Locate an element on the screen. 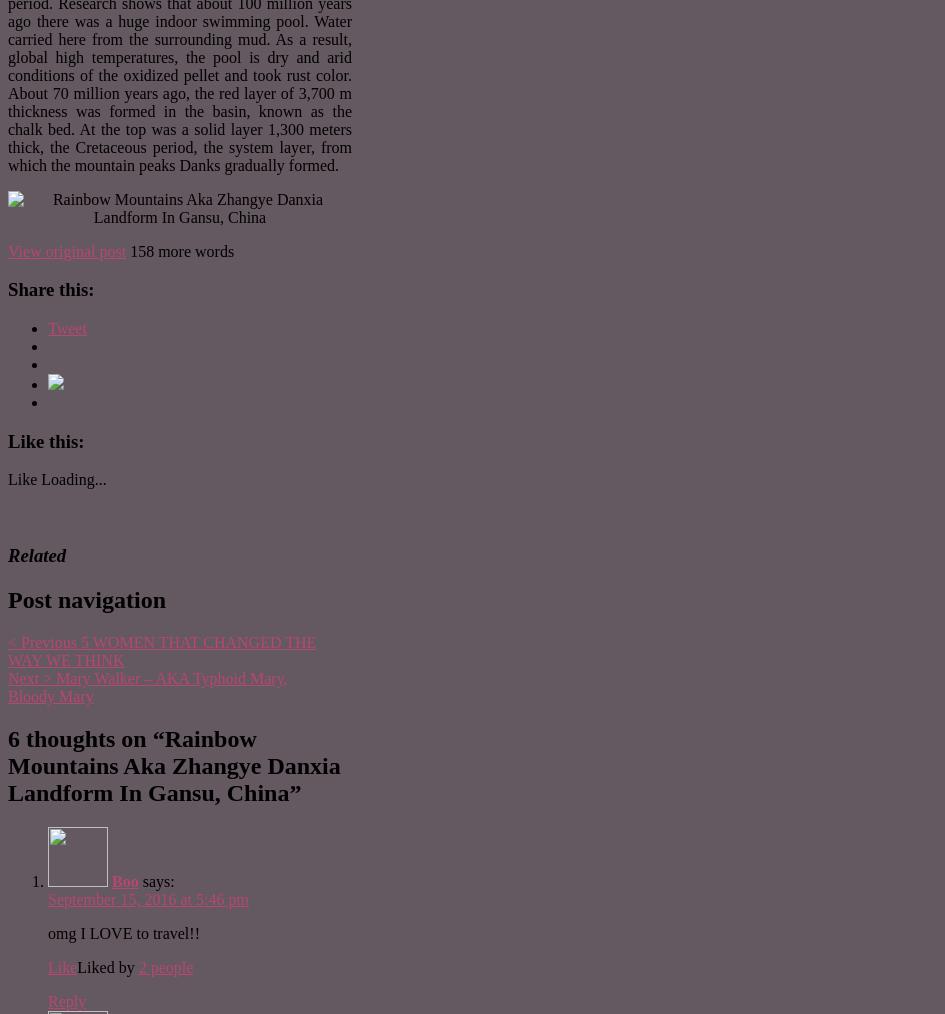 Image resolution: width=945 pixels, height=1014 pixels. 'Tweet' is located at coordinates (48, 328).